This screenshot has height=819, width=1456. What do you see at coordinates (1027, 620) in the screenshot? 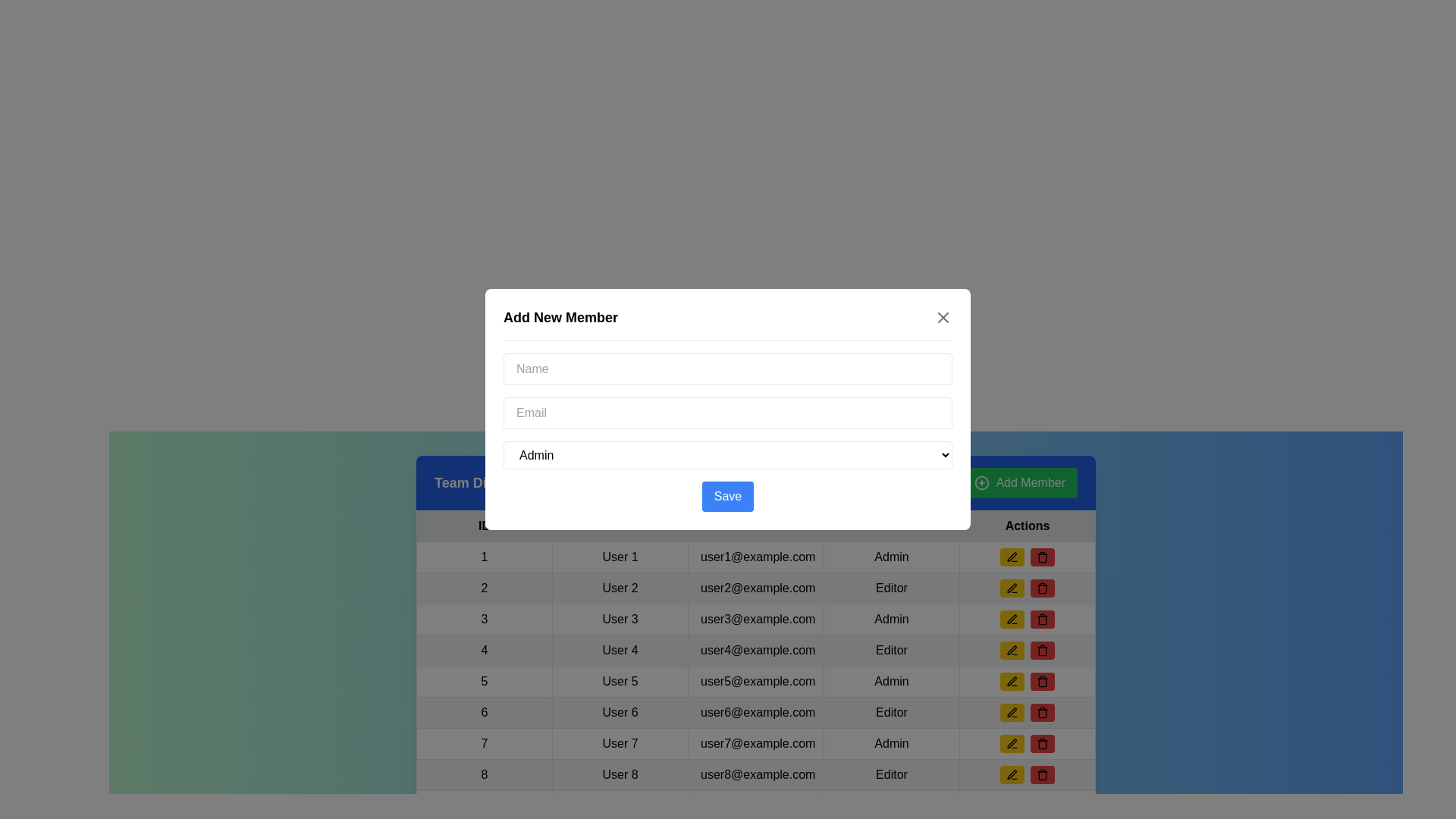
I see `the red rectangle Action button located in the 'Actions' column of the table for 'User 3' to initiate the delete action` at bounding box center [1027, 620].